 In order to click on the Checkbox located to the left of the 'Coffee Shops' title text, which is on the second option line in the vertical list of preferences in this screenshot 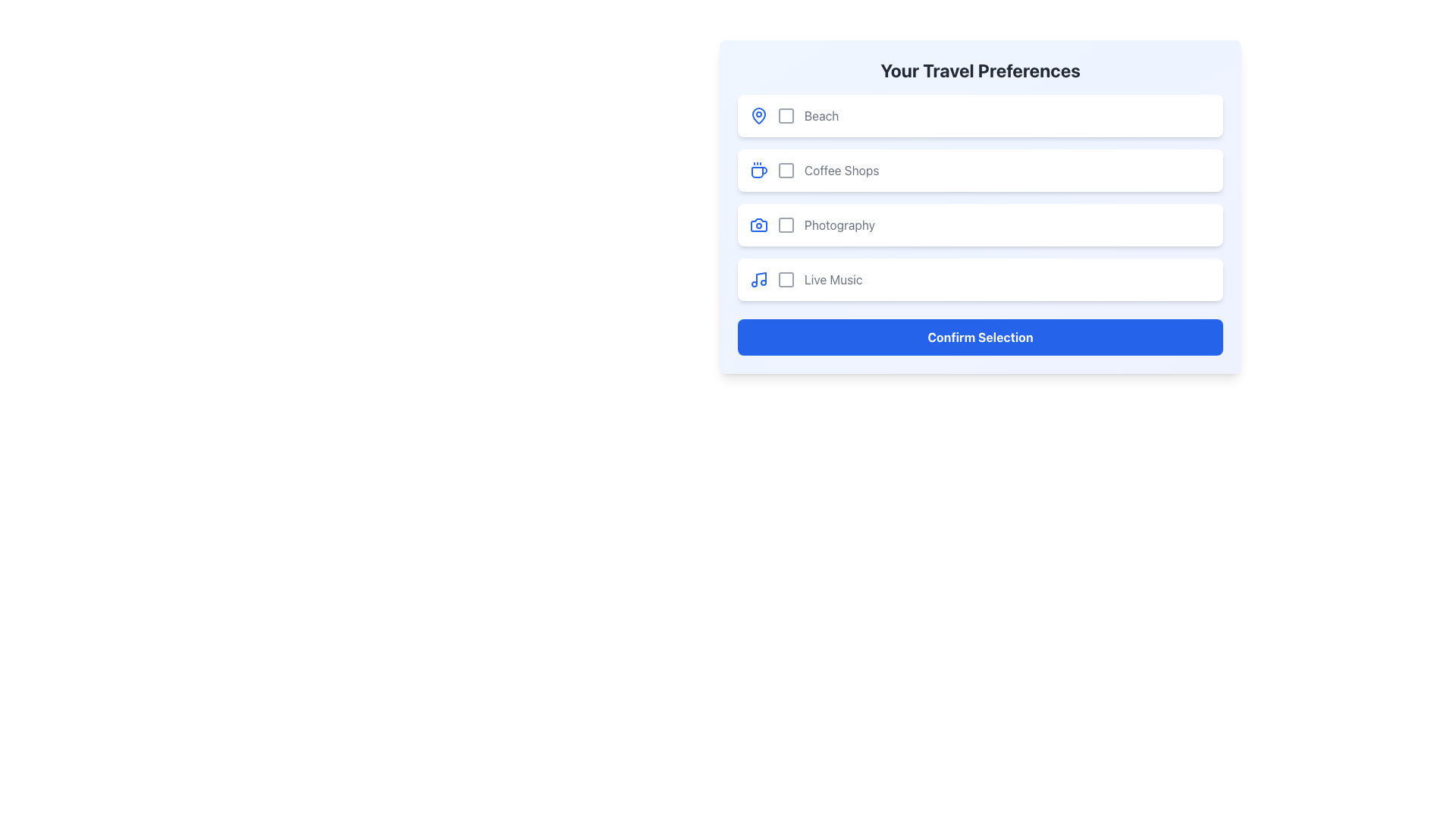, I will do `click(786, 170)`.